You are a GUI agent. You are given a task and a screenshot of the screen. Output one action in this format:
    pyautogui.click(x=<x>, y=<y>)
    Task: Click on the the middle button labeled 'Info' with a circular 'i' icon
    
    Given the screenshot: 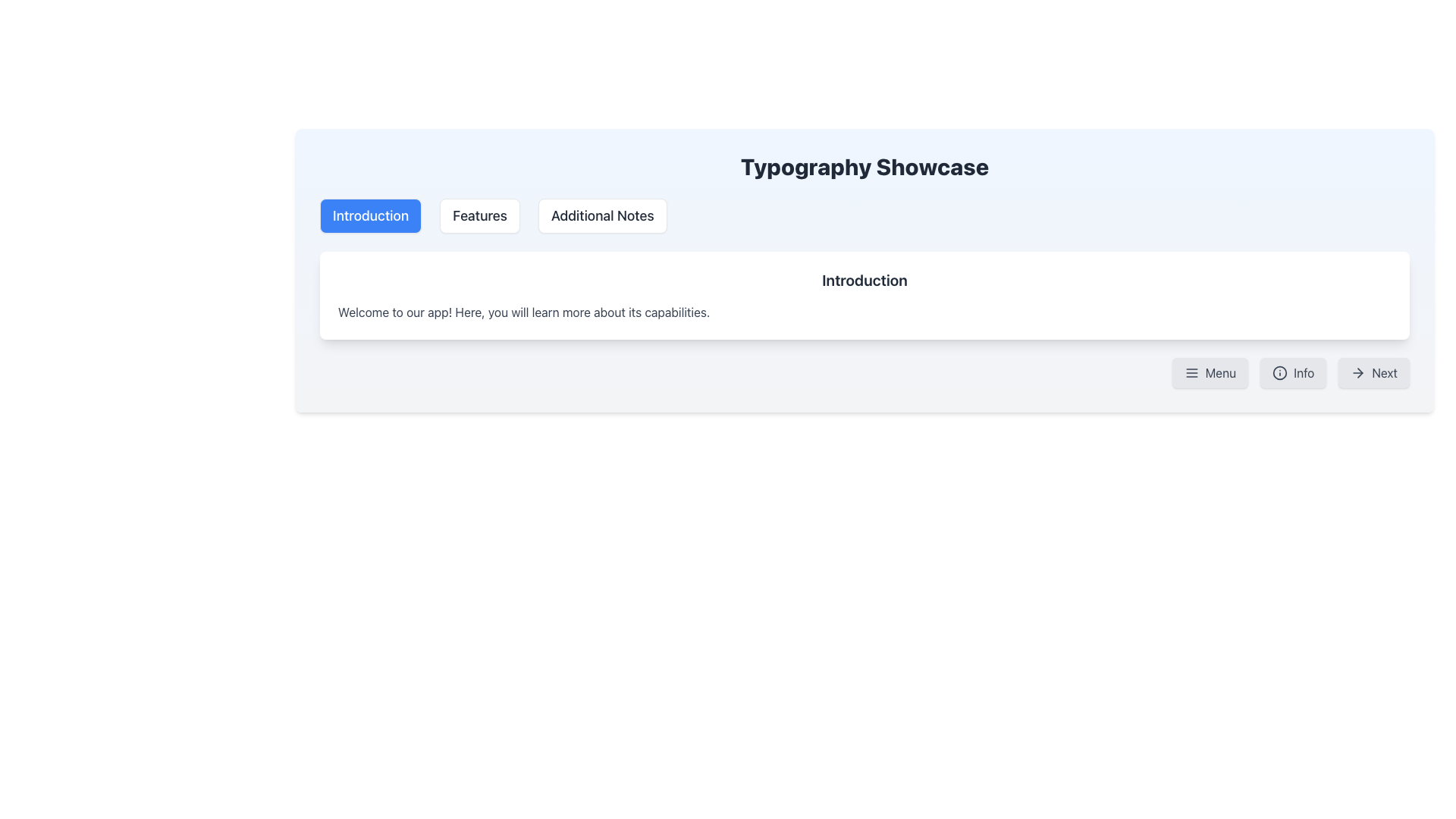 What is the action you would take?
    pyautogui.click(x=1292, y=373)
    